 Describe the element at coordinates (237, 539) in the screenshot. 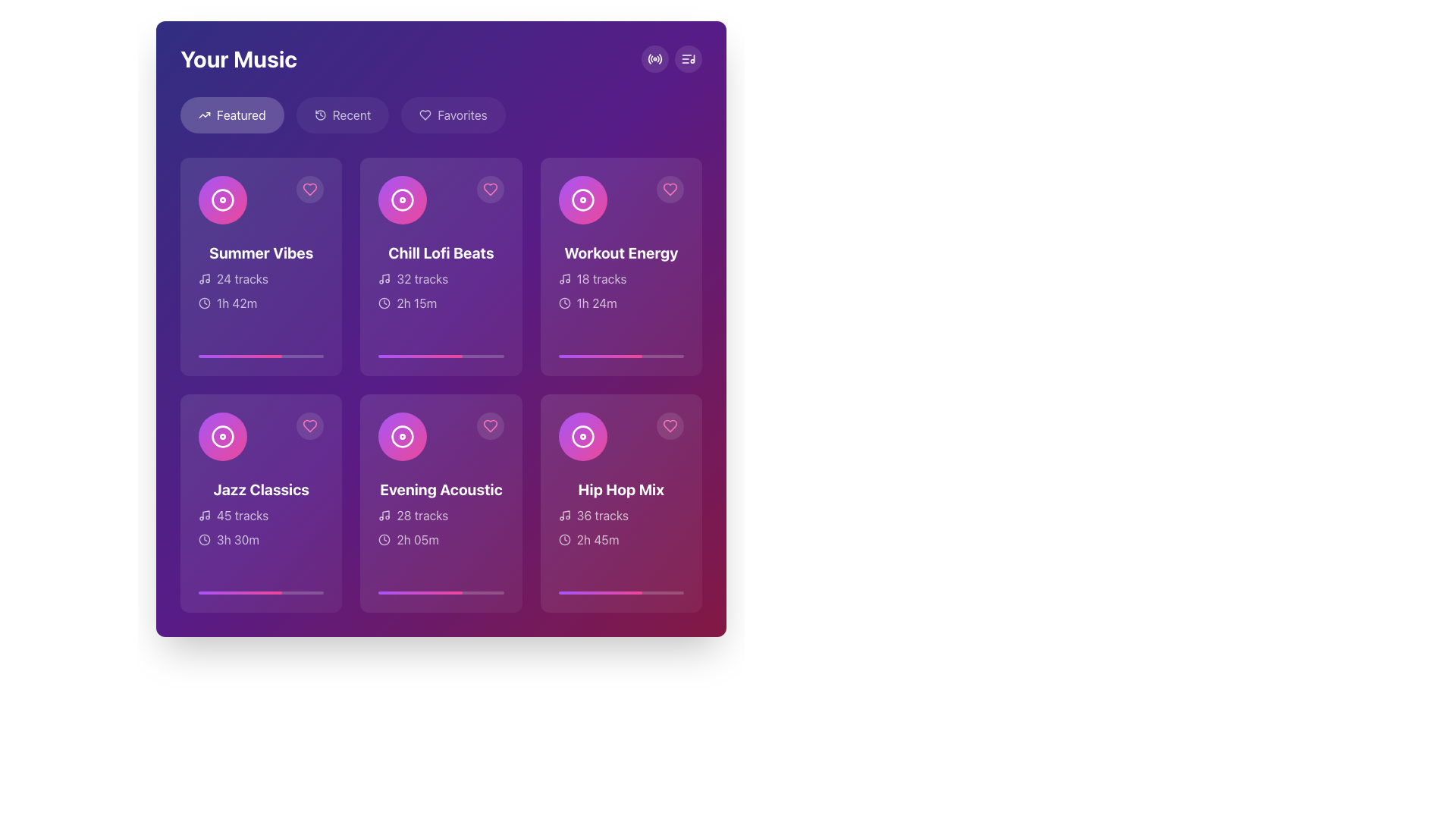

I see `the Text Label displaying the duration of the playlist or album in the 'Jazz Classics' card, located below the track count and near a clock icon` at that location.